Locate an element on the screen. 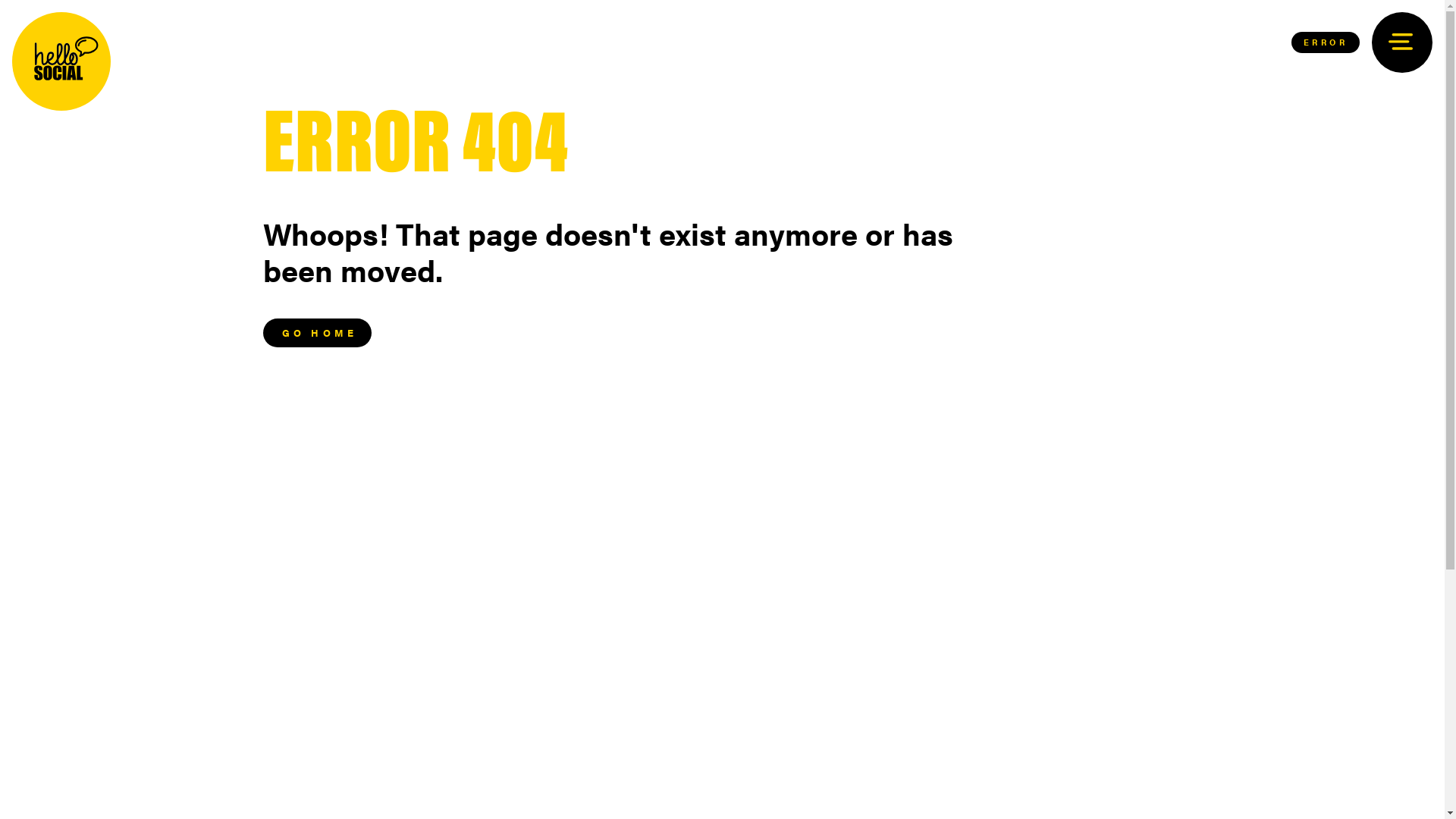 This screenshot has height=819, width=1456. 'GO HOME' is located at coordinates (315, 332).